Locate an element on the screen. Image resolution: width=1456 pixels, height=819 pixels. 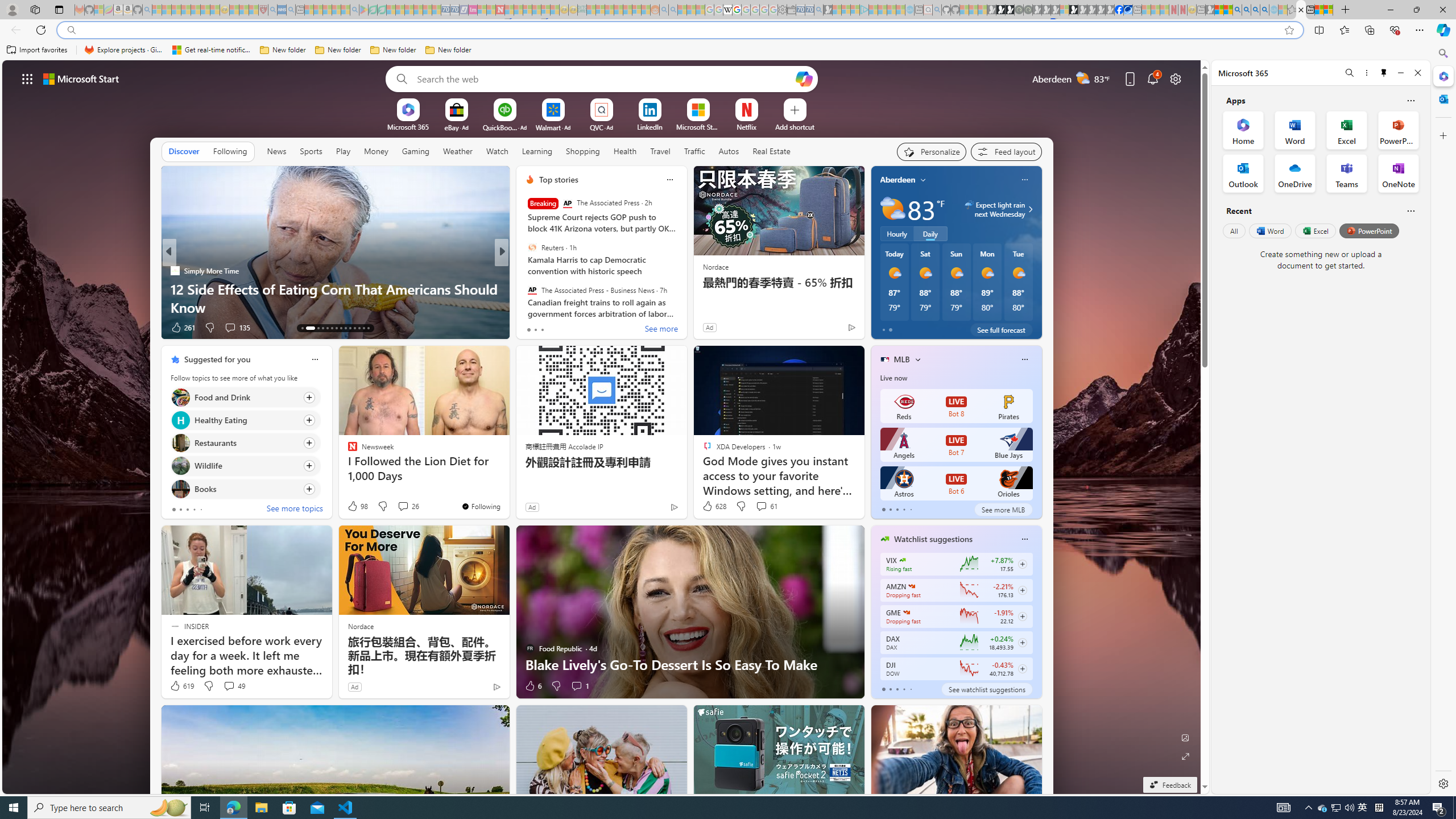
'Import favorites' is located at coordinates (37, 49).